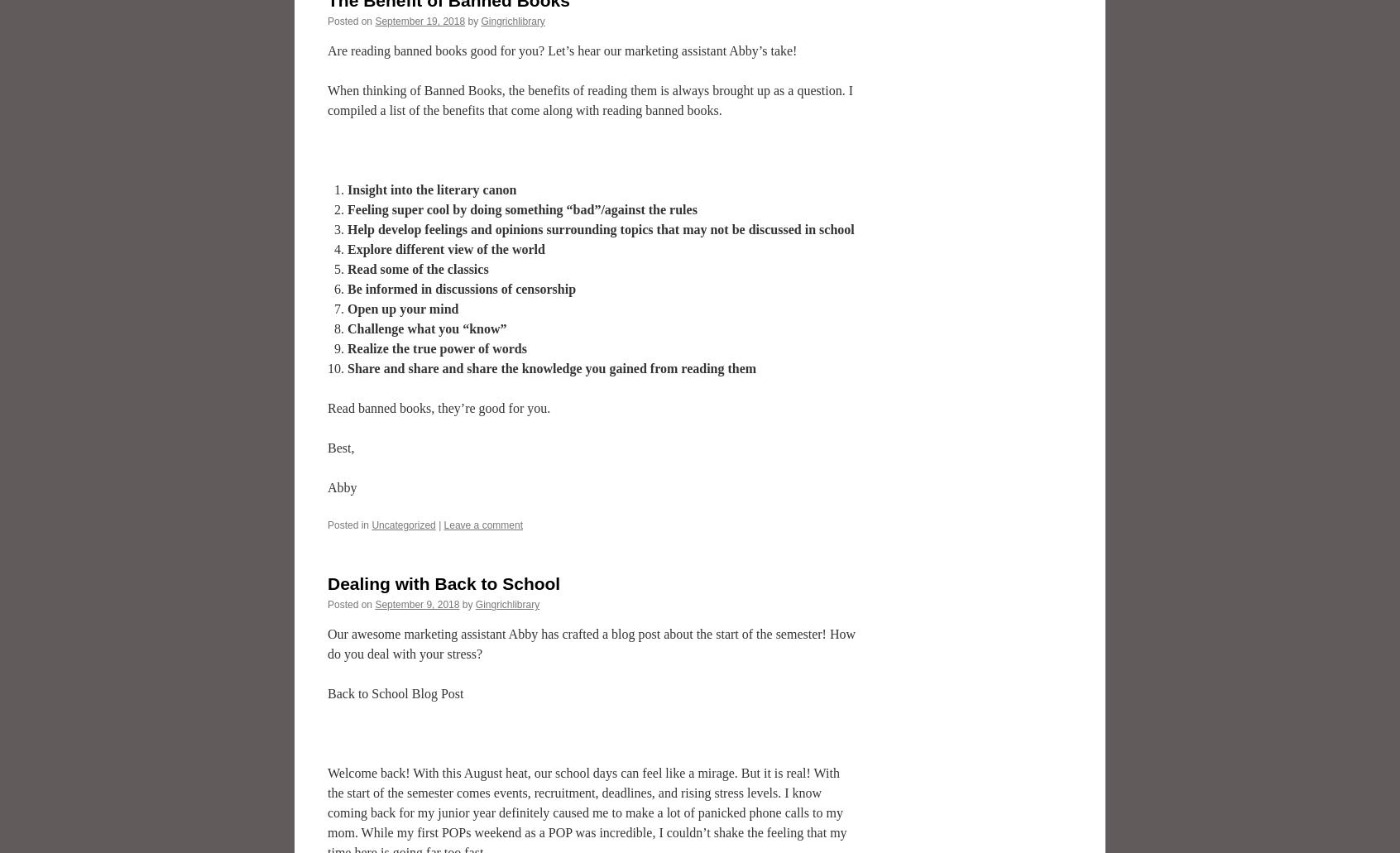 Image resolution: width=1400 pixels, height=853 pixels. Describe the element at coordinates (437, 348) in the screenshot. I see `'Realize the true power of words'` at that location.